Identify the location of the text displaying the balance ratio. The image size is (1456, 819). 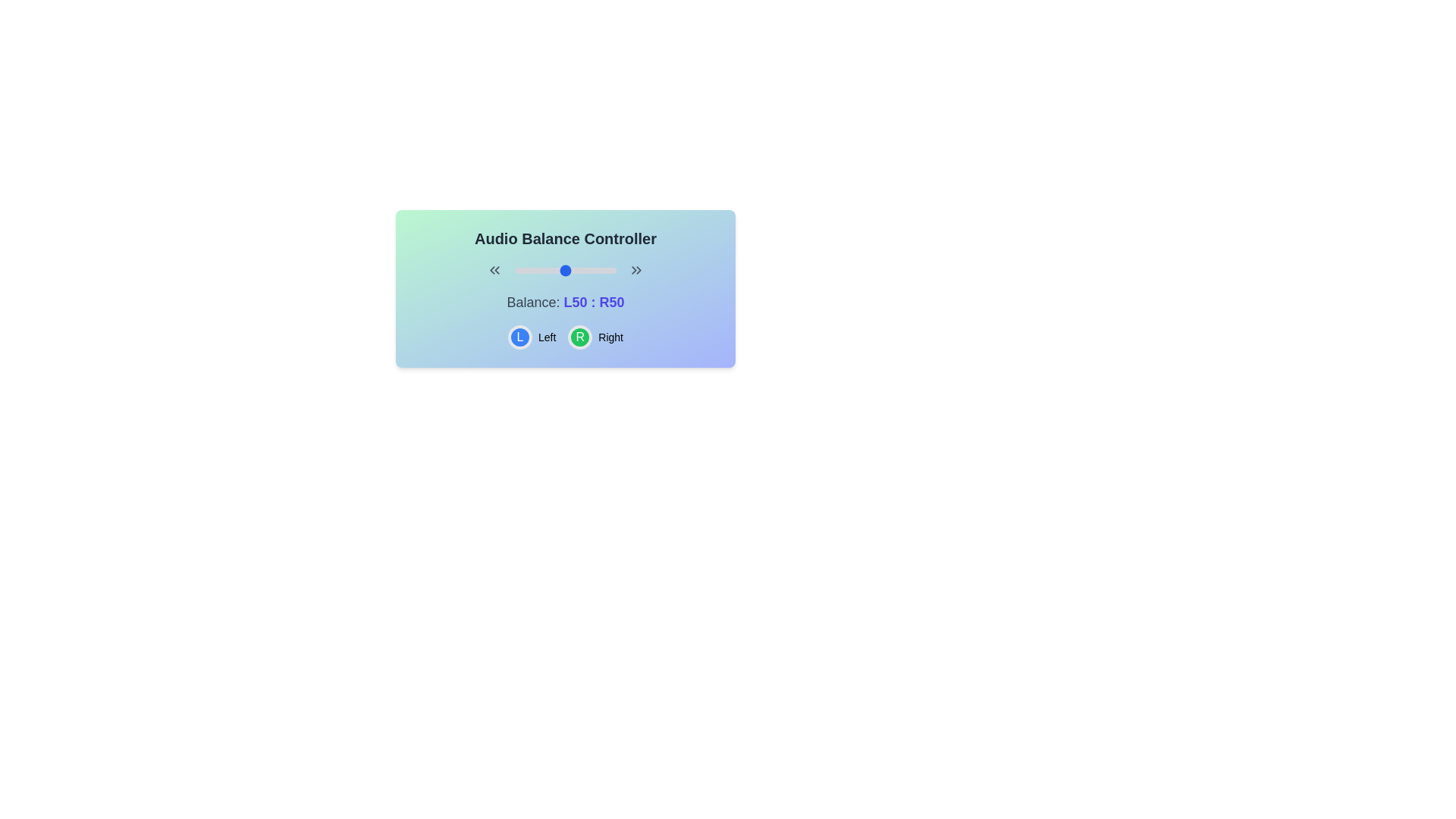
(593, 302).